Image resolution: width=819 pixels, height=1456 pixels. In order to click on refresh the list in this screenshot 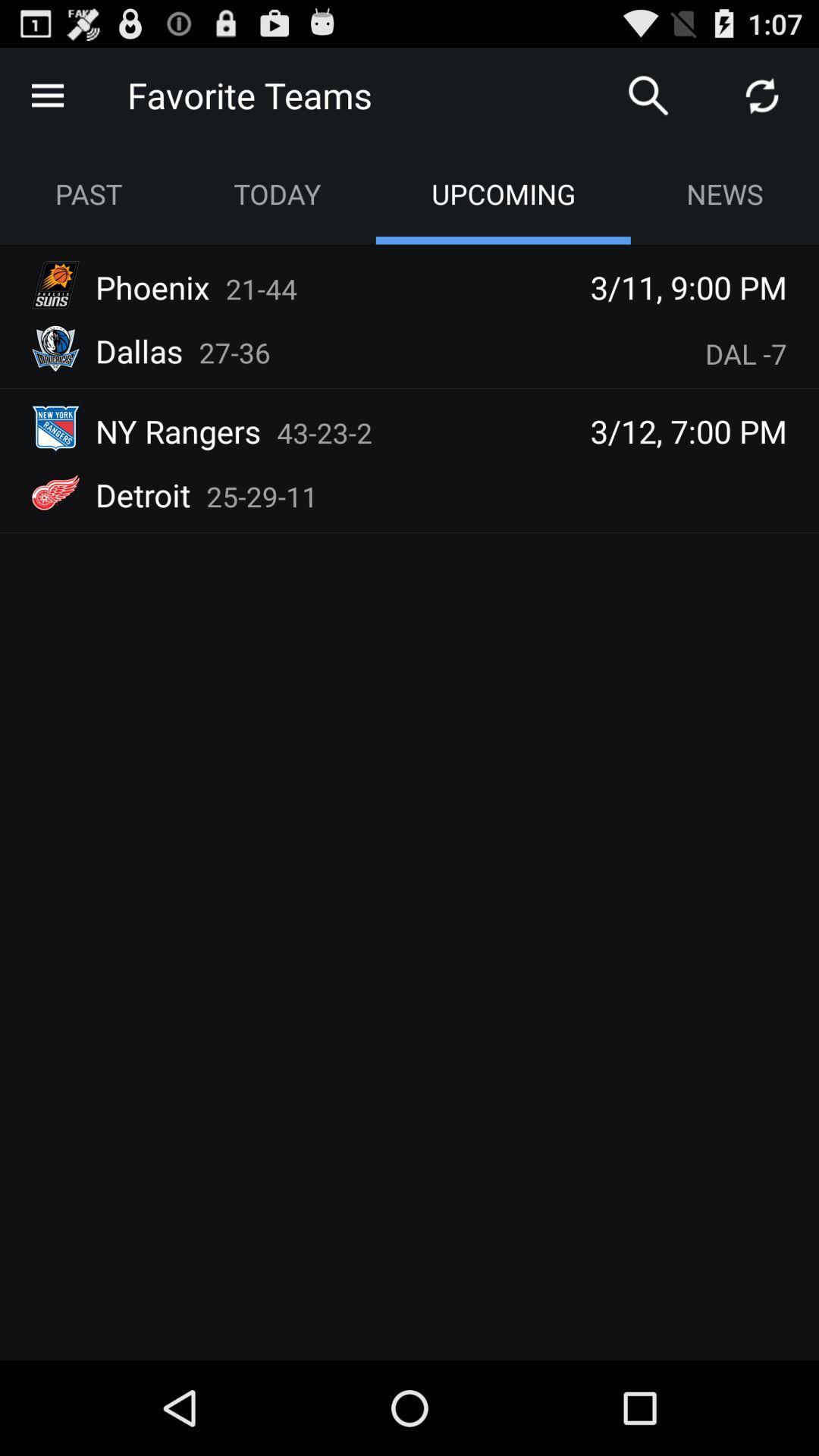, I will do `click(762, 94)`.